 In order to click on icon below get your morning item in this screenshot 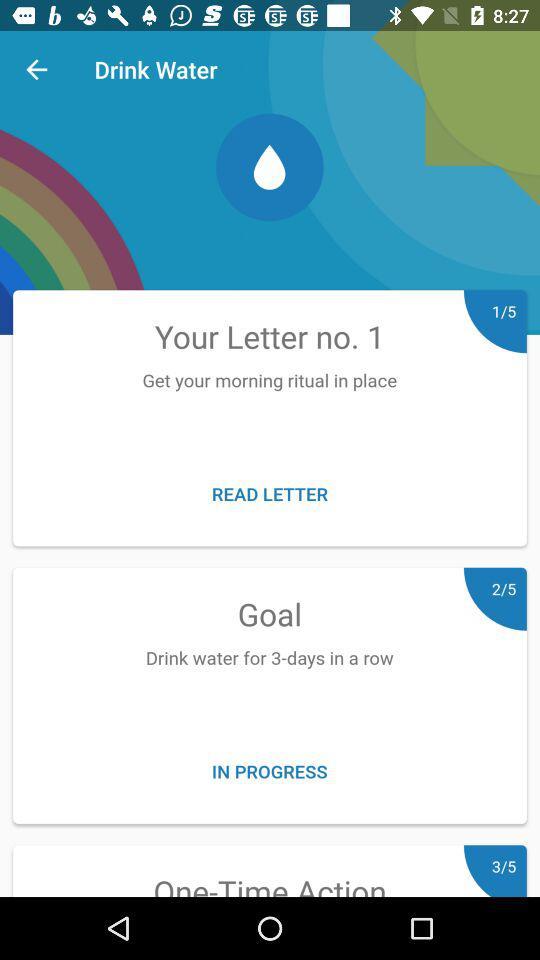, I will do `click(270, 492)`.